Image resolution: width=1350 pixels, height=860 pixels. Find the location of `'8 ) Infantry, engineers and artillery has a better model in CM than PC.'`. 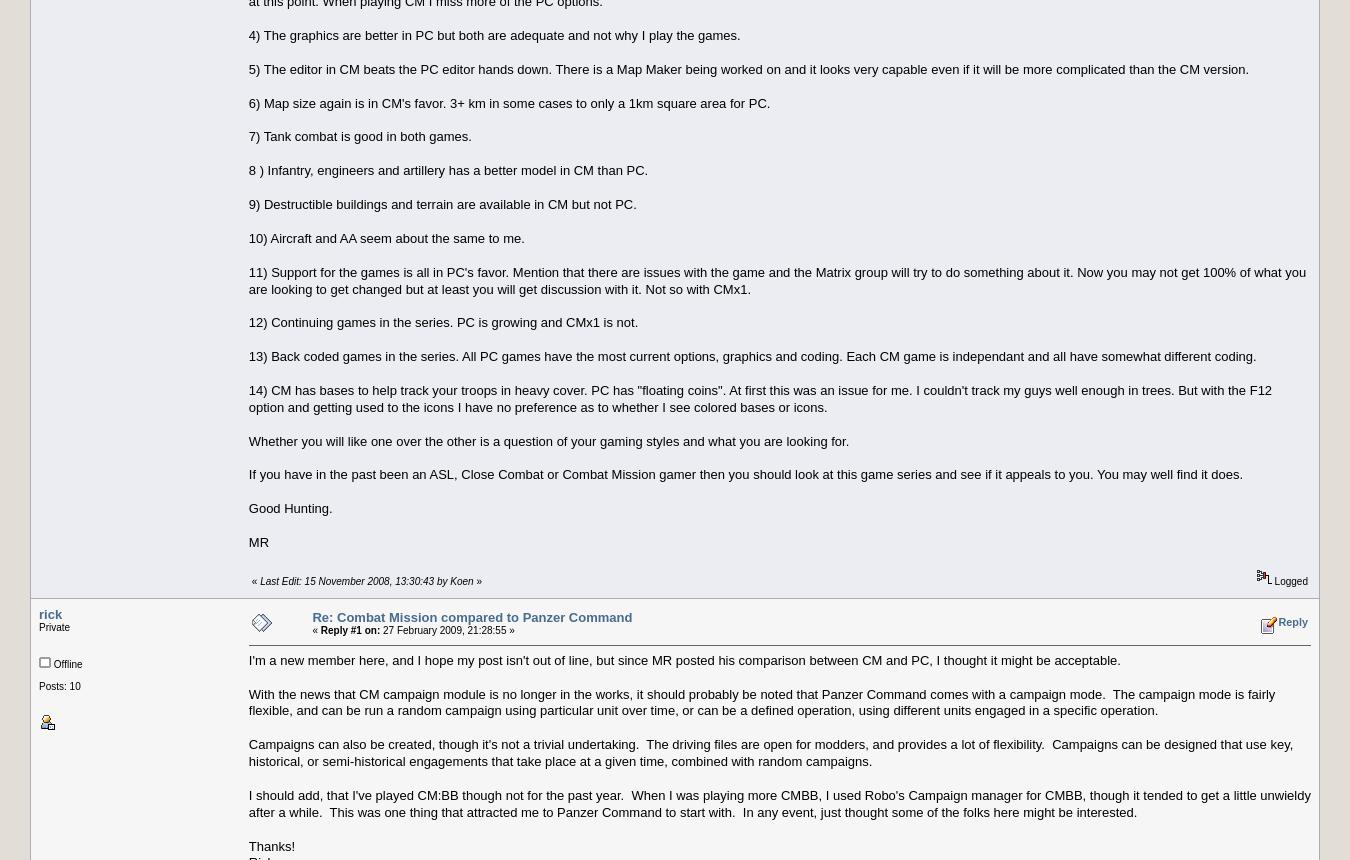

'8 ) Infantry, engineers and artillery has a better model in CM than PC.' is located at coordinates (448, 169).